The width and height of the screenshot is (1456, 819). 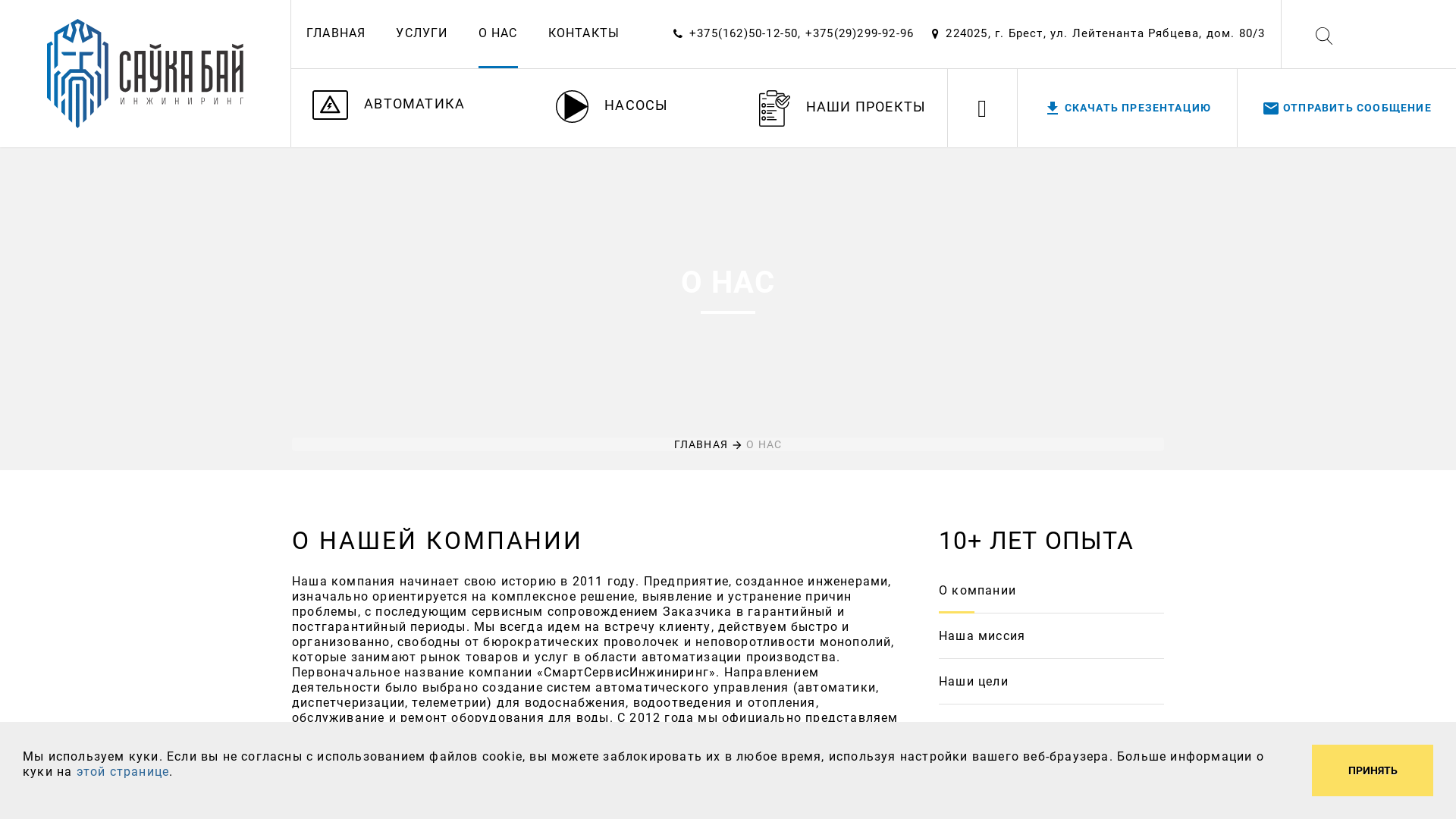 What do you see at coordinates (800, 33) in the screenshot?
I see `'+375(162)50-12-50, +375(29)299-92-96'` at bounding box center [800, 33].